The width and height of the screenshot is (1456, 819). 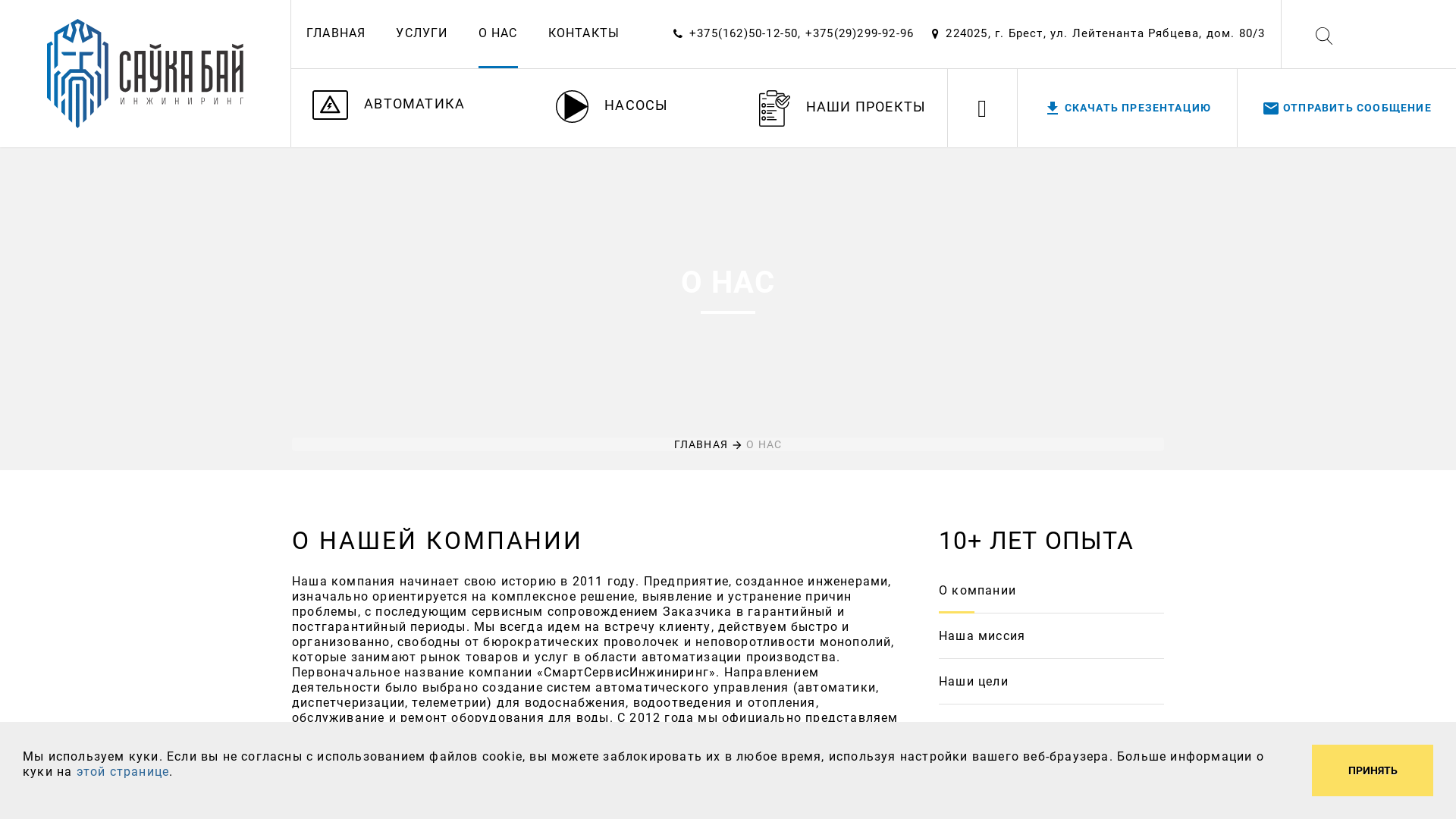 What do you see at coordinates (800, 33) in the screenshot?
I see `'+375(162)50-12-50, +375(29)299-92-96'` at bounding box center [800, 33].